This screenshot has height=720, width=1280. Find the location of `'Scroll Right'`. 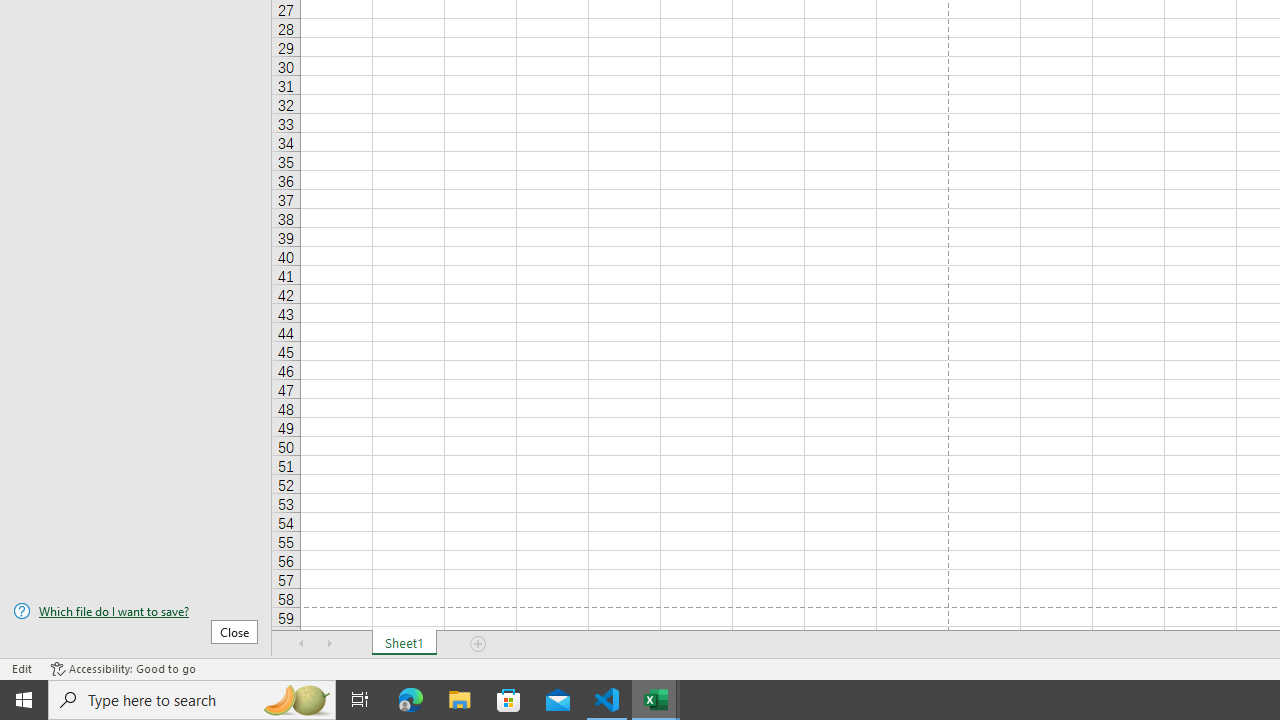

'Scroll Right' is located at coordinates (330, 644).